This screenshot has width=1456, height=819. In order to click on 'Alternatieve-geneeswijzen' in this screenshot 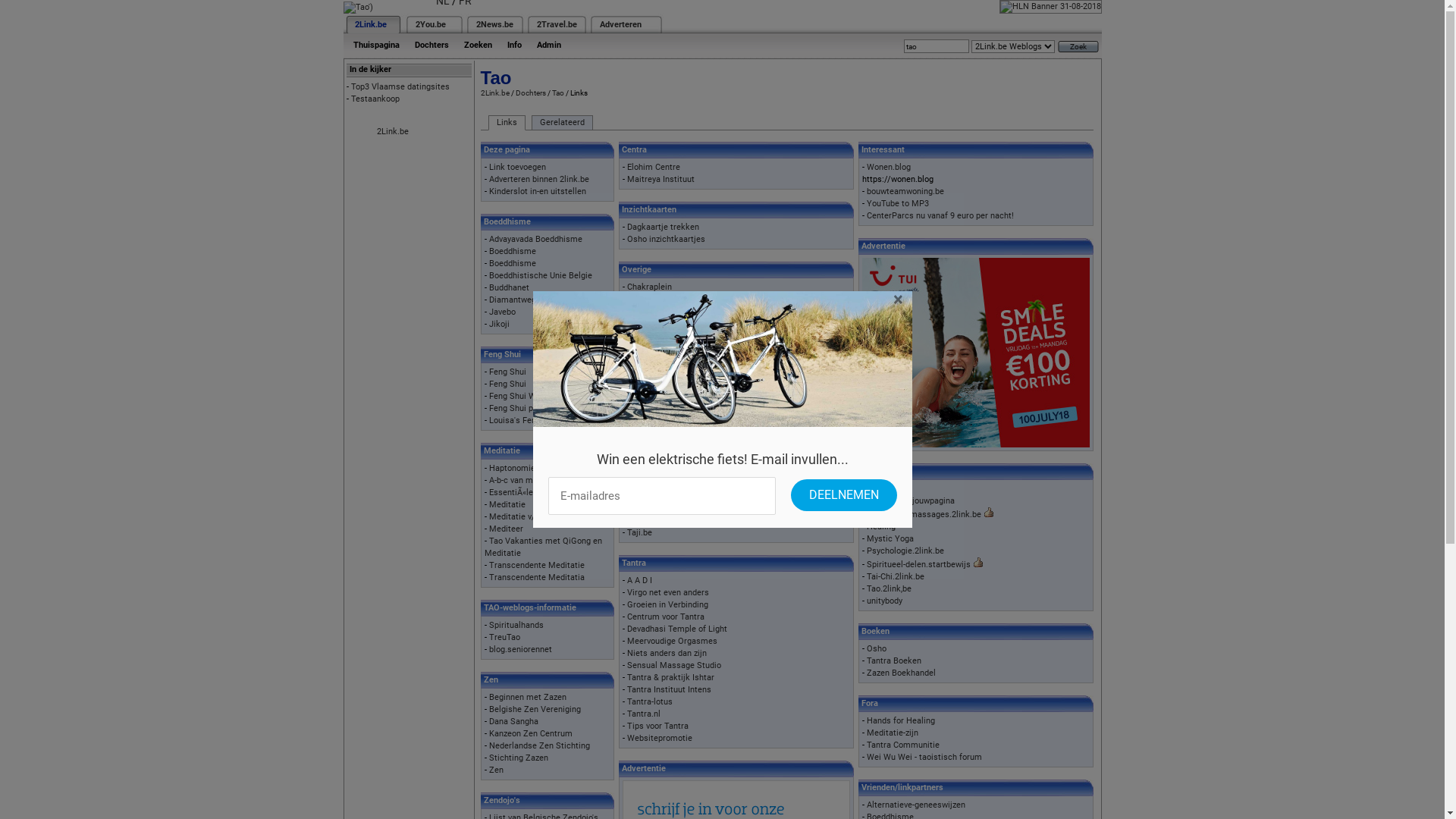, I will do `click(914, 804)`.